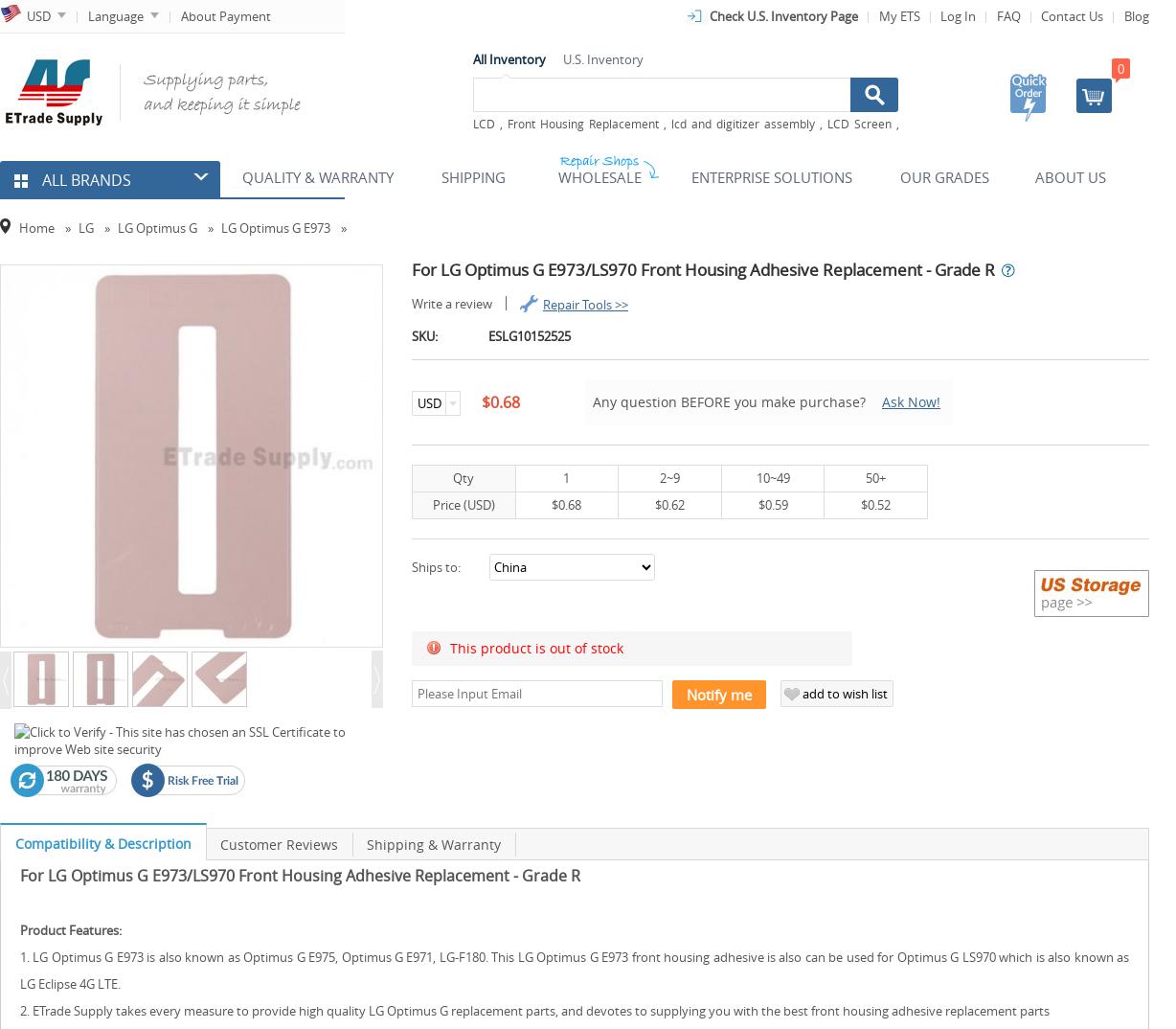 Image resolution: width=1176 pixels, height=1029 pixels. Describe the element at coordinates (537, 147) in the screenshot. I see `'replacement lcd display'` at that location.